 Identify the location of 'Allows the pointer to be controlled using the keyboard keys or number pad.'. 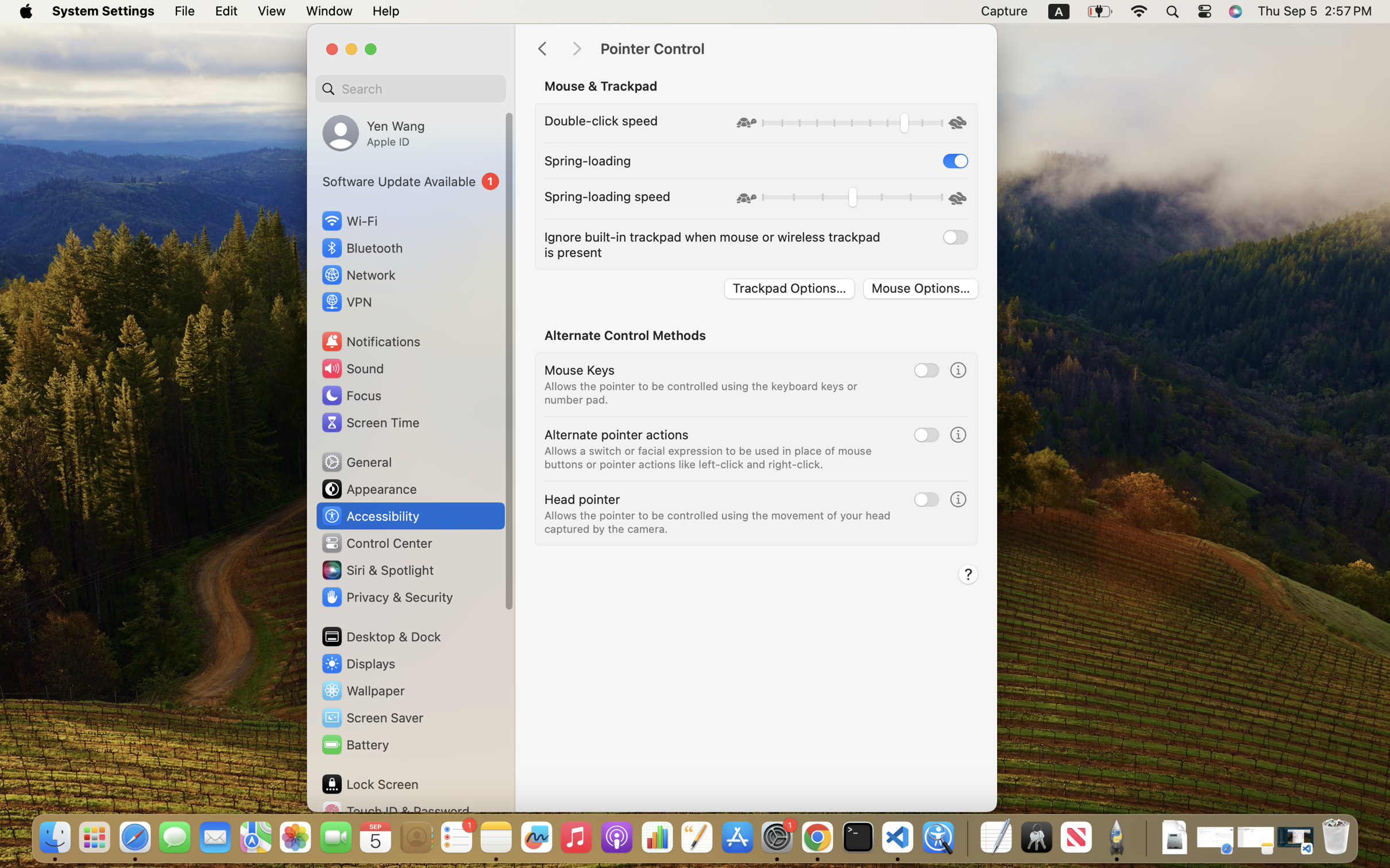
(701, 392).